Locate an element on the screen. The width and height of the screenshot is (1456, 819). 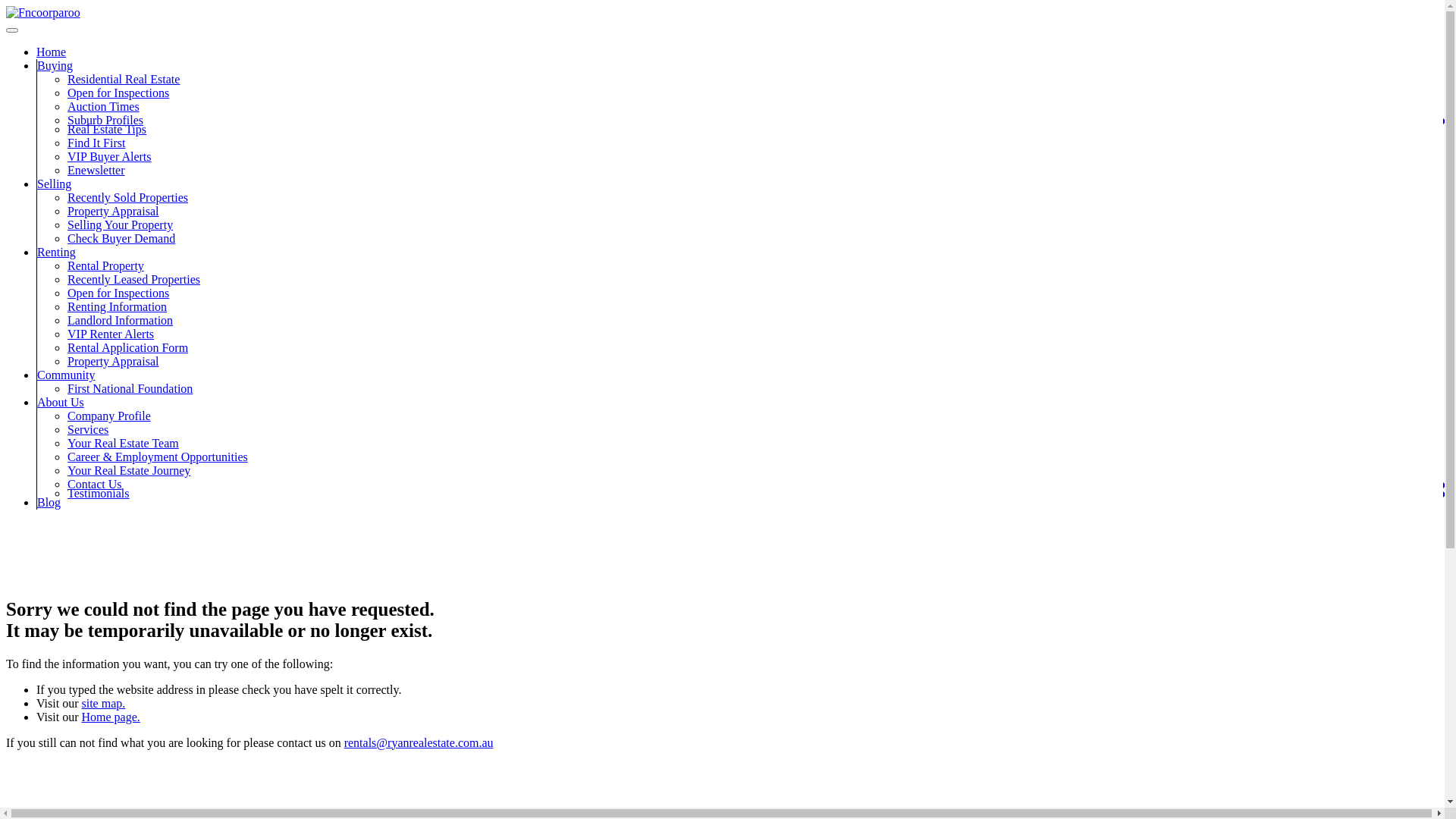
'Company Profile' is located at coordinates (108, 416).